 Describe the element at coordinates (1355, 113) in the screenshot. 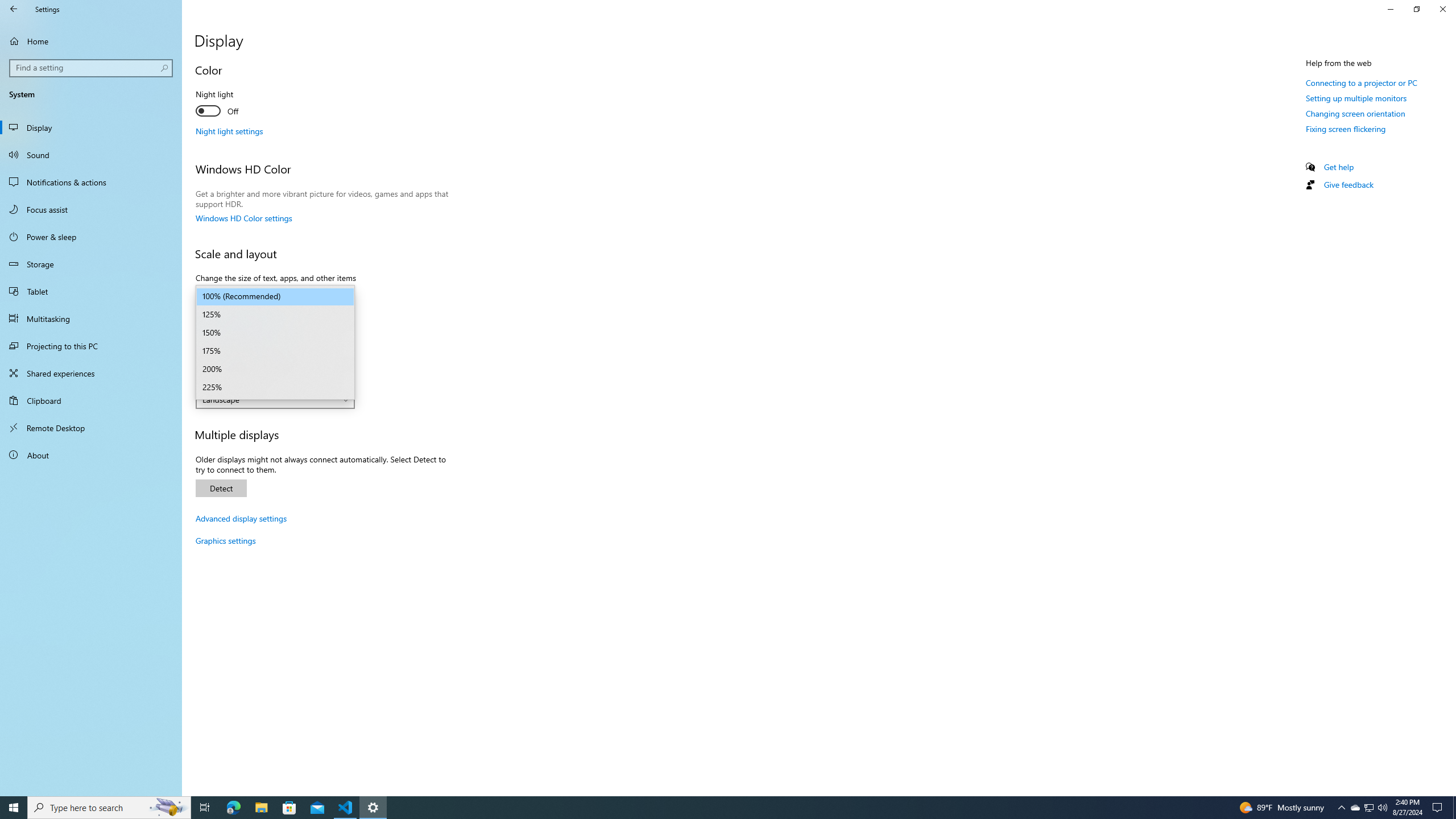

I see `'Changing screen orientation'` at that location.